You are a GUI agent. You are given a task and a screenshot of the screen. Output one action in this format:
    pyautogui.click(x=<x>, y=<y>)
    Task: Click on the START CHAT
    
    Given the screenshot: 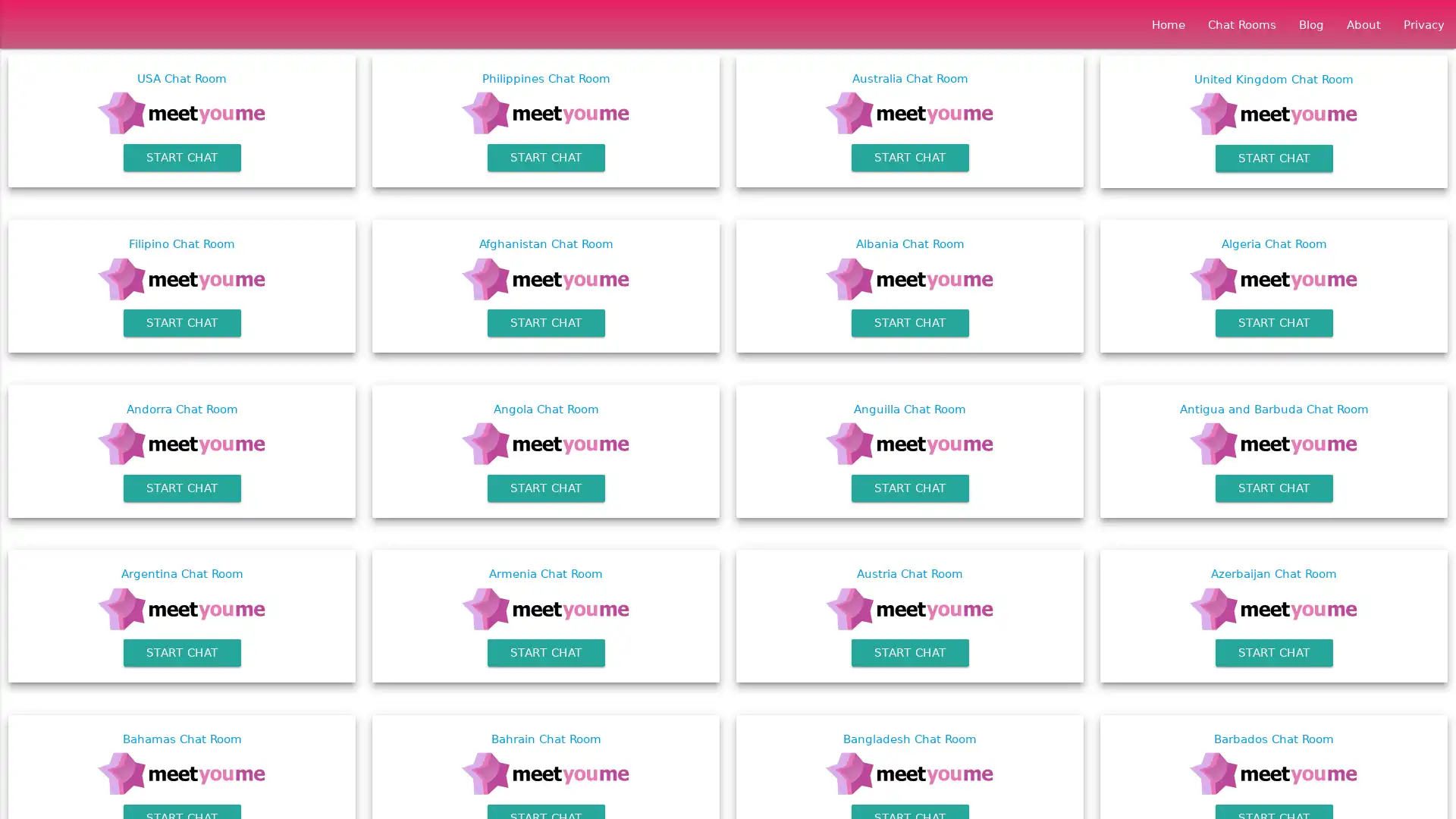 What is the action you would take?
    pyautogui.click(x=1273, y=651)
    